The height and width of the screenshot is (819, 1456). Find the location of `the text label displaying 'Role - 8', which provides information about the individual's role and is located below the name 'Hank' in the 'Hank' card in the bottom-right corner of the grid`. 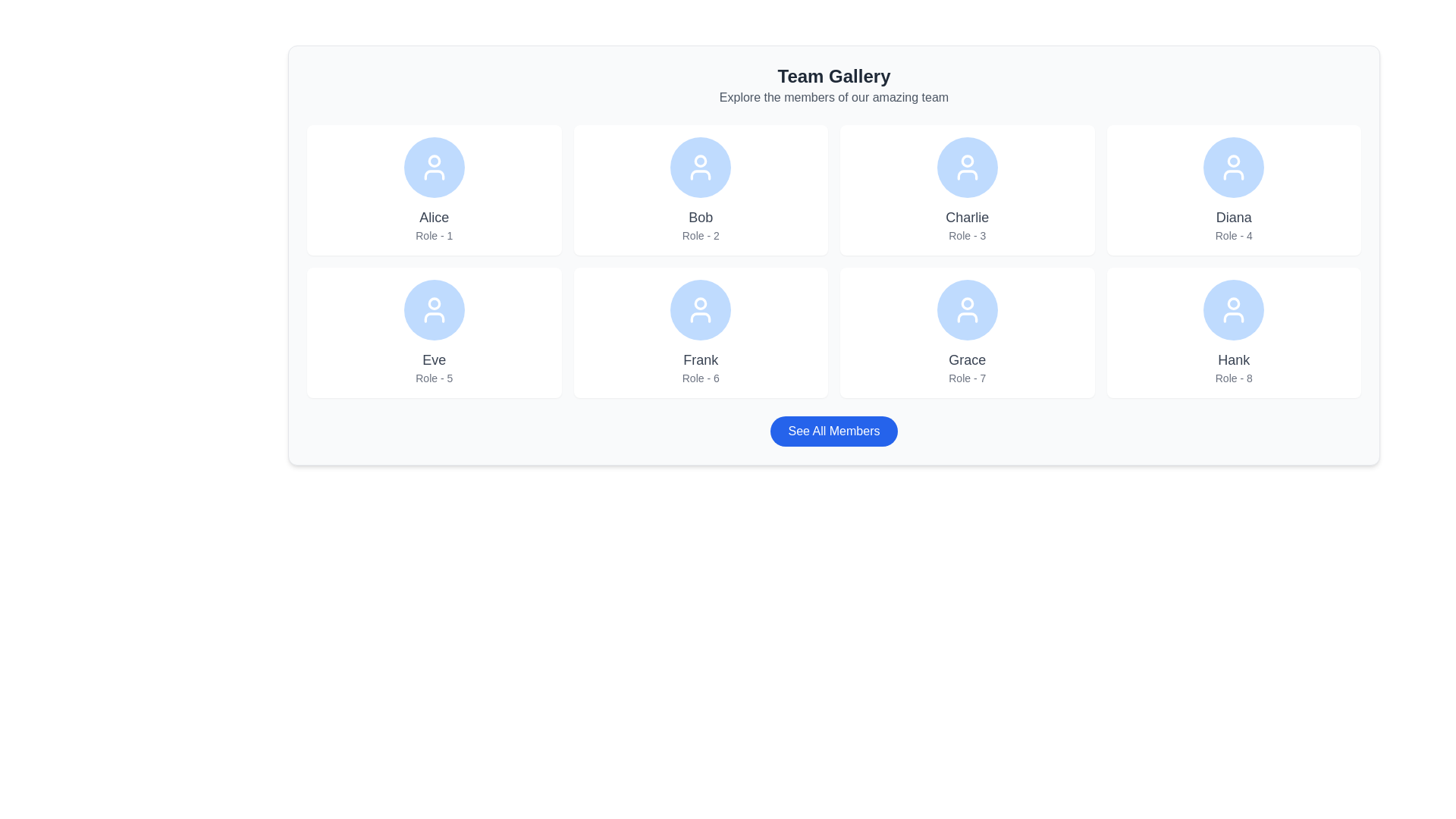

the text label displaying 'Role - 8', which provides information about the individual's role and is located below the name 'Hank' in the 'Hank' card in the bottom-right corner of the grid is located at coordinates (1234, 377).